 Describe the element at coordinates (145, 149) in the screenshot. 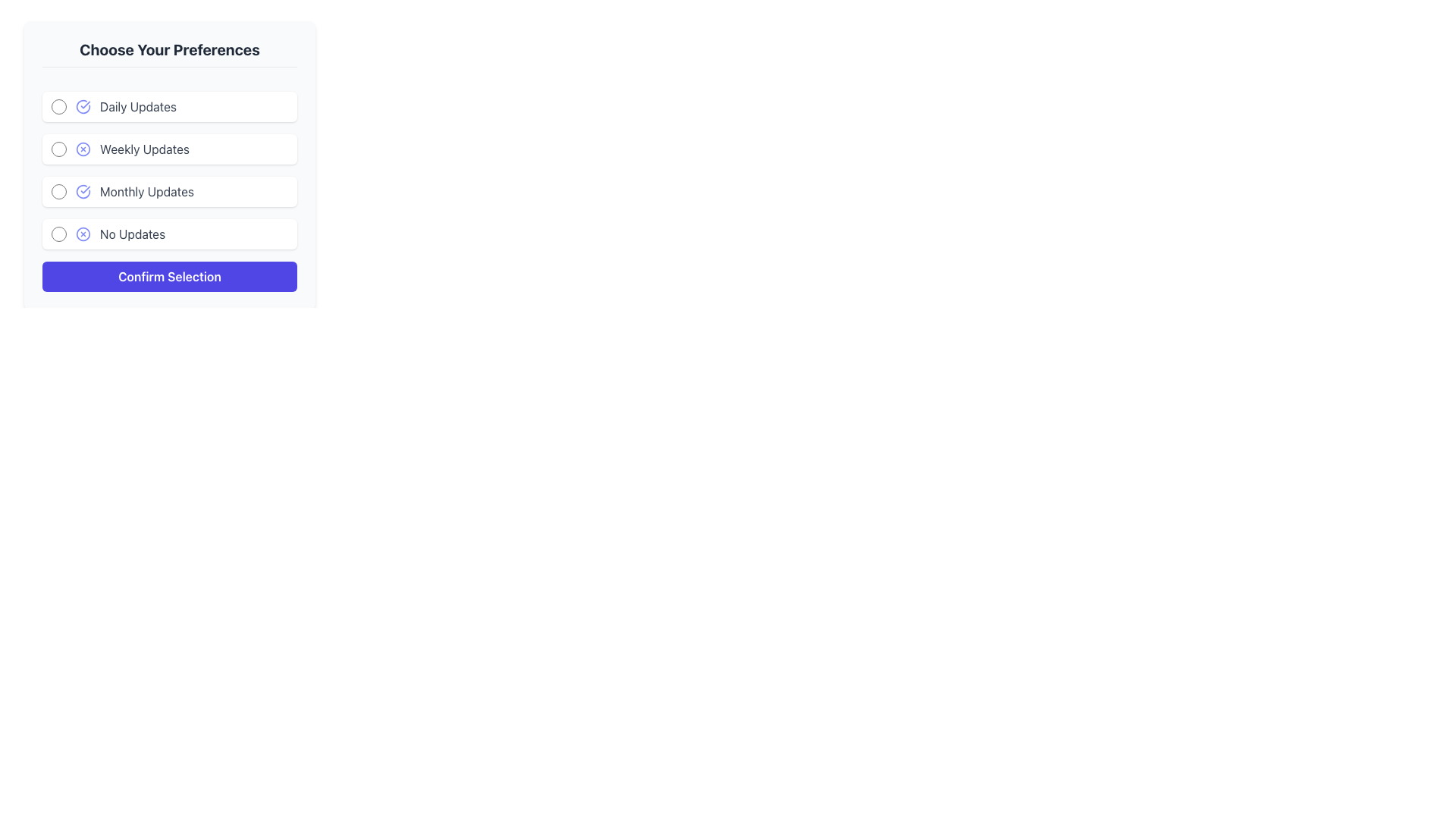

I see `text label displaying 'Weekly Updates', which is styled in medium dark gray font and is the second option in the radio button group for update preferences` at that location.